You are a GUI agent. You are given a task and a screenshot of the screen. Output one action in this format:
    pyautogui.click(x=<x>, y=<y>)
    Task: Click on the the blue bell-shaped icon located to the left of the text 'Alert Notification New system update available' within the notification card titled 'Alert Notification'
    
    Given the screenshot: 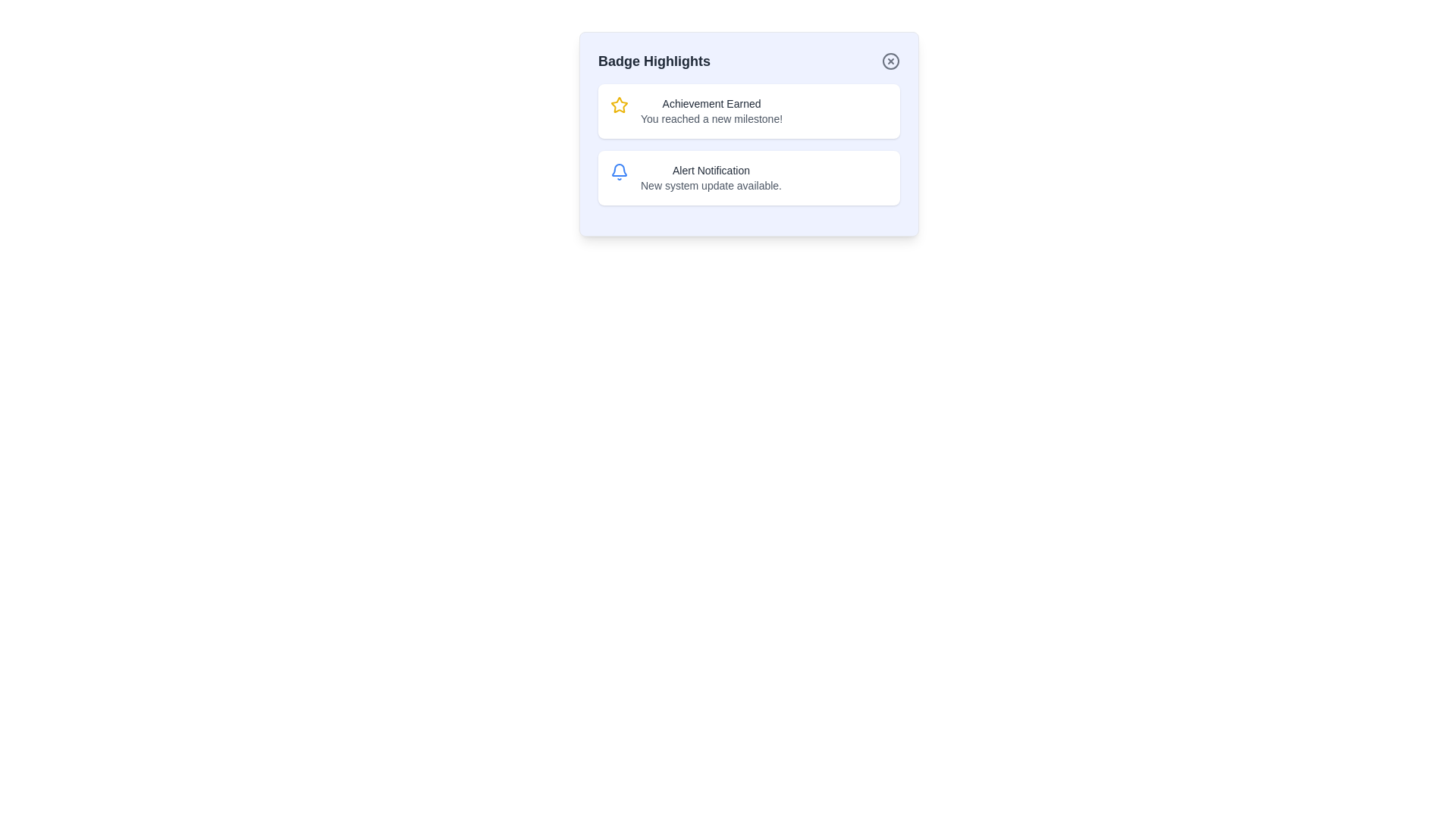 What is the action you would take?
    pyautogui.click(x=619, y=171)
    